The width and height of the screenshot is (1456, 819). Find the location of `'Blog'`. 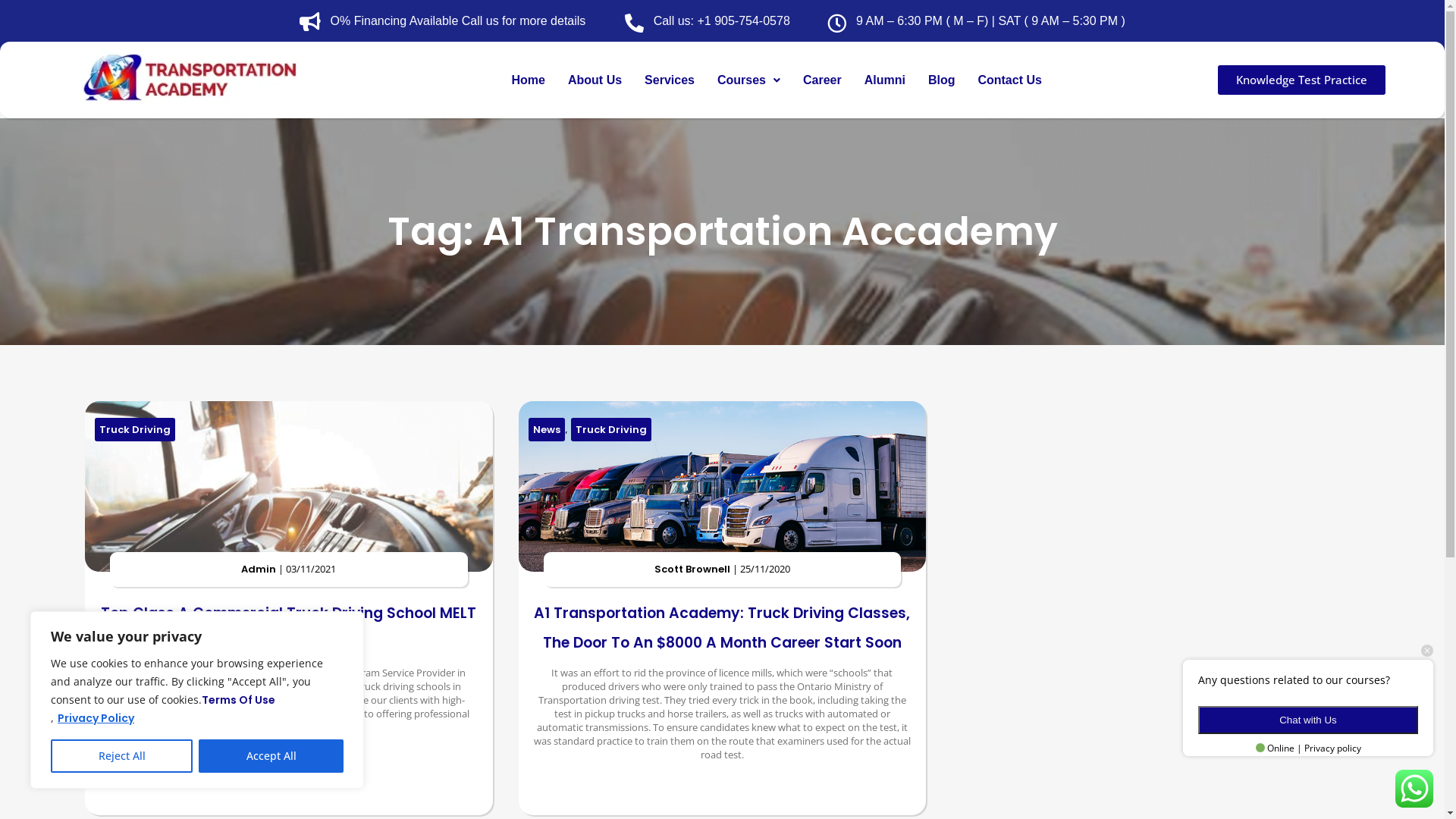

'Blog' is located at coordinates (941, 79).